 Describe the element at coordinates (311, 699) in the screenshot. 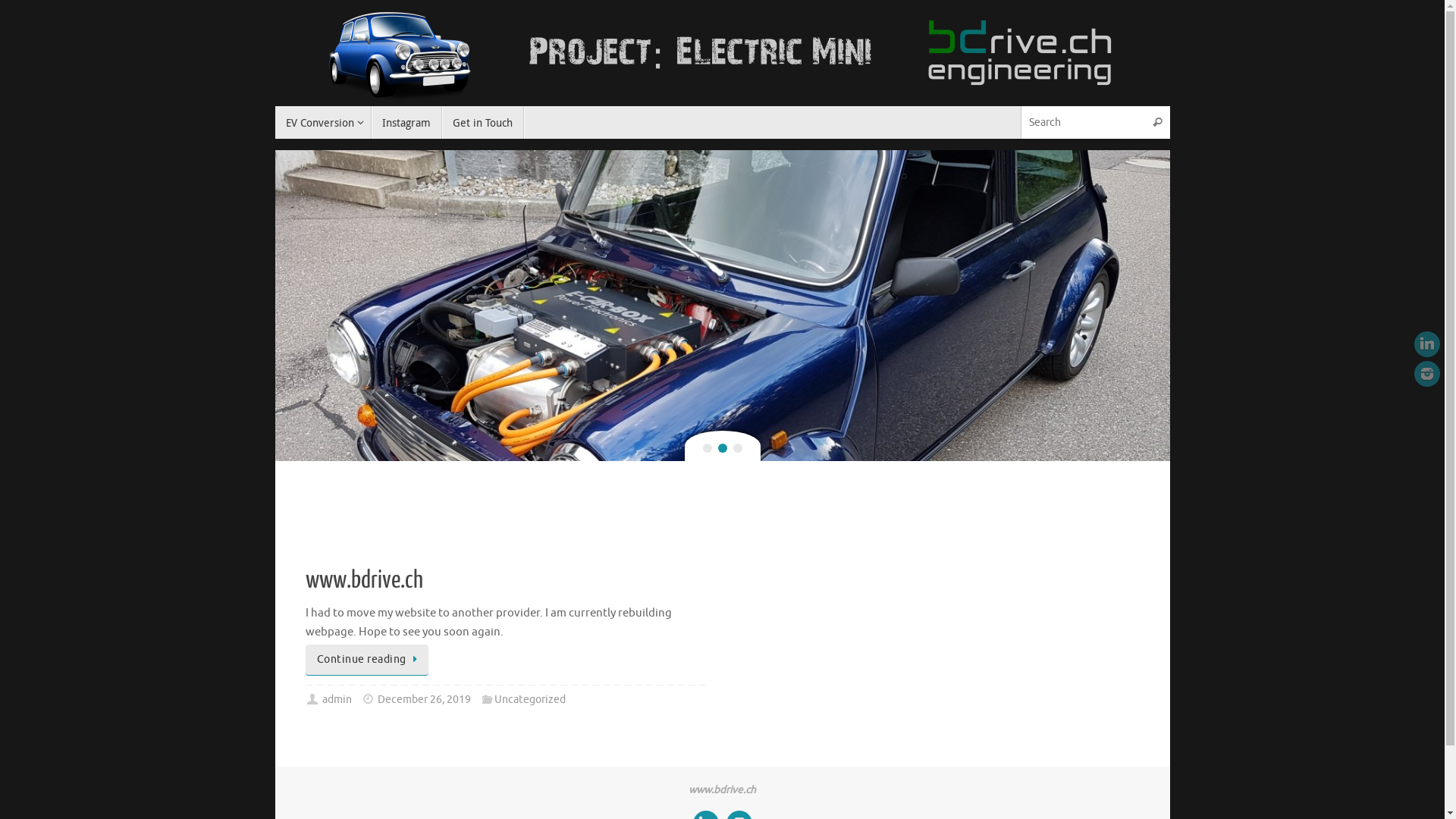

I see `'Author '` at that location.